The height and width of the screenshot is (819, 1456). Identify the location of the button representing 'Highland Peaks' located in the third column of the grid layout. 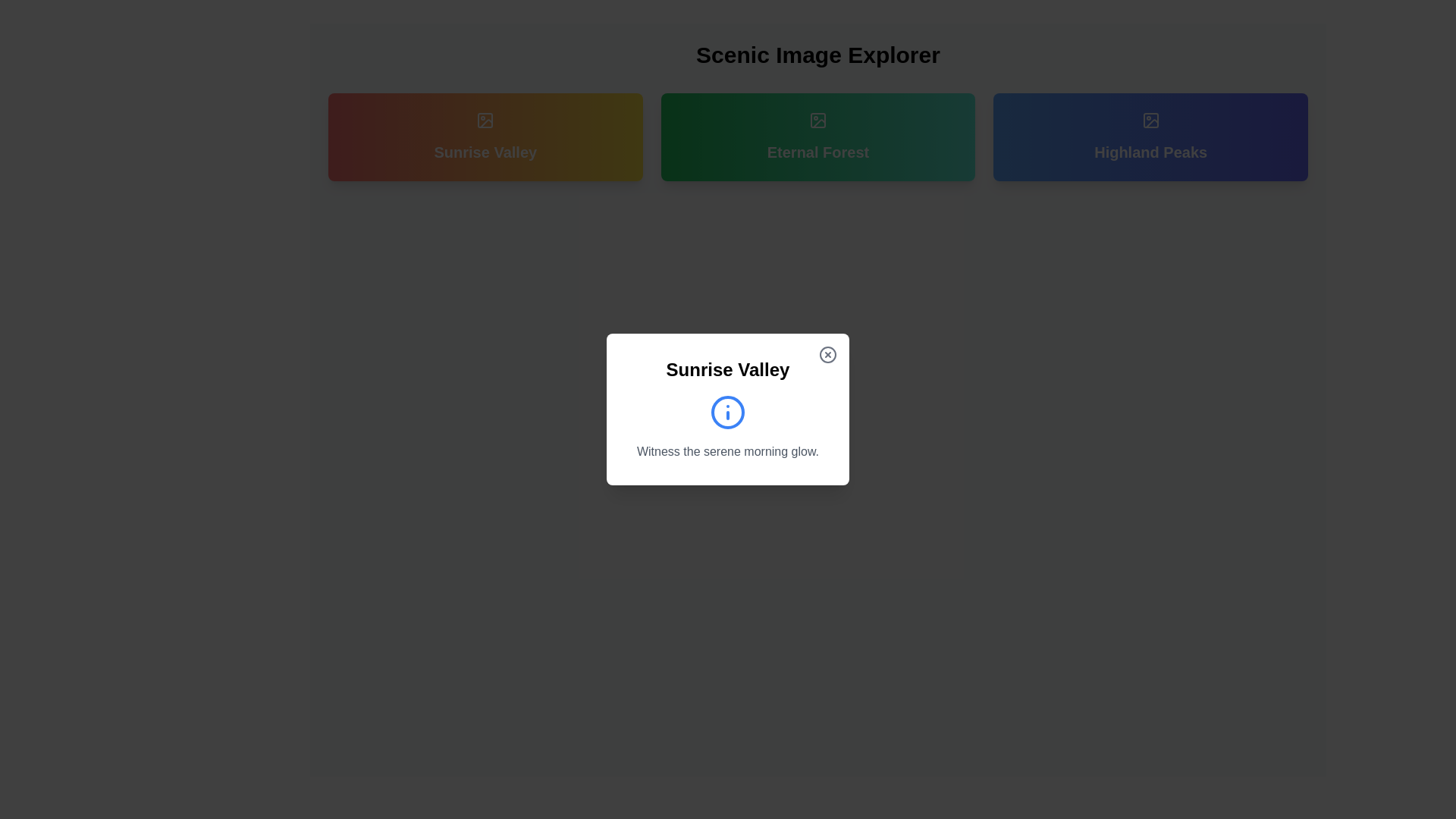
(1150, 137).